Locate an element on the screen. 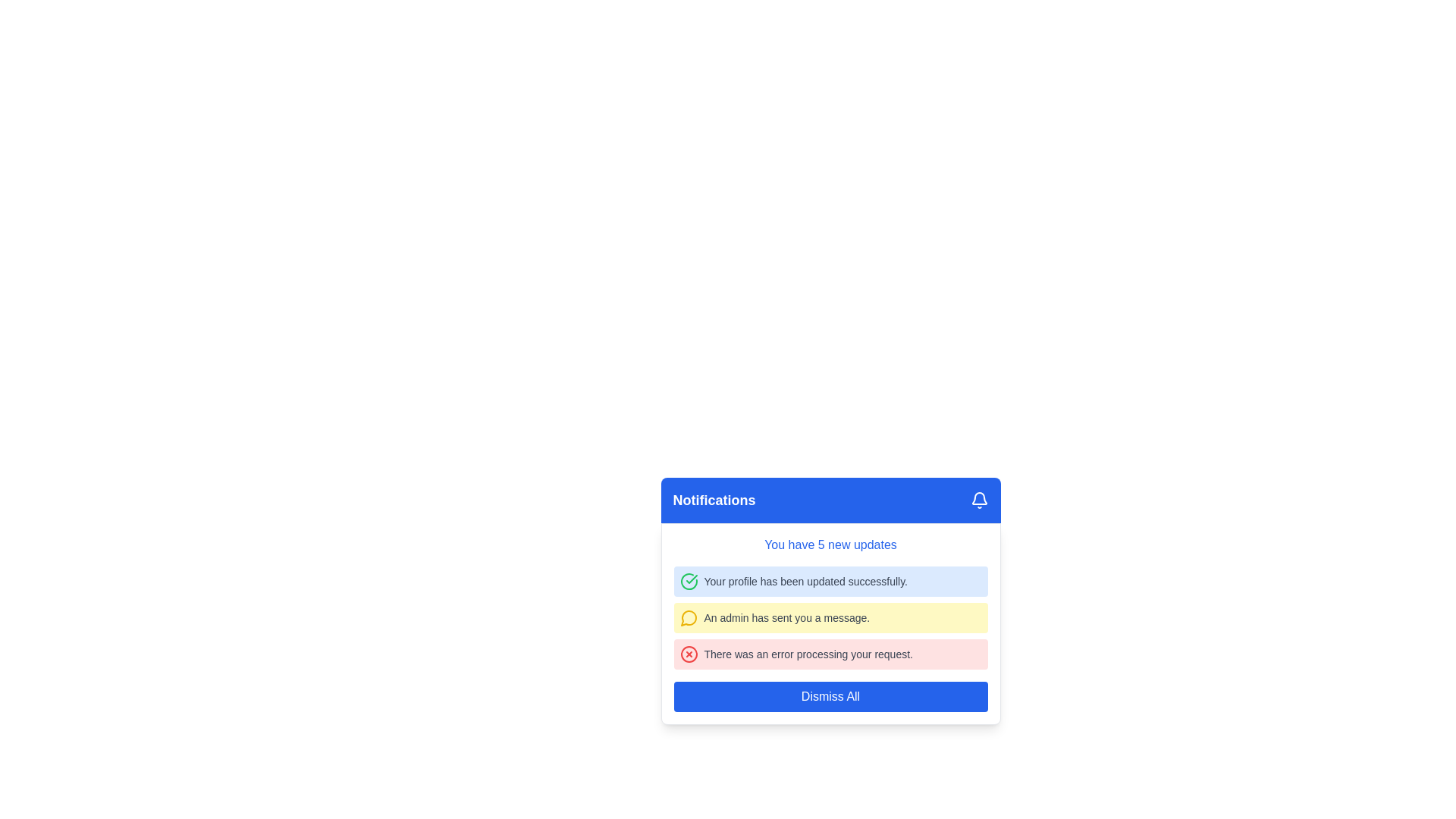 This screenshot has width=1456, height=819. the error state indicator represented by a vector graphic circle component in the last notification entry of the notification panel is located at coordinates (688, 654).